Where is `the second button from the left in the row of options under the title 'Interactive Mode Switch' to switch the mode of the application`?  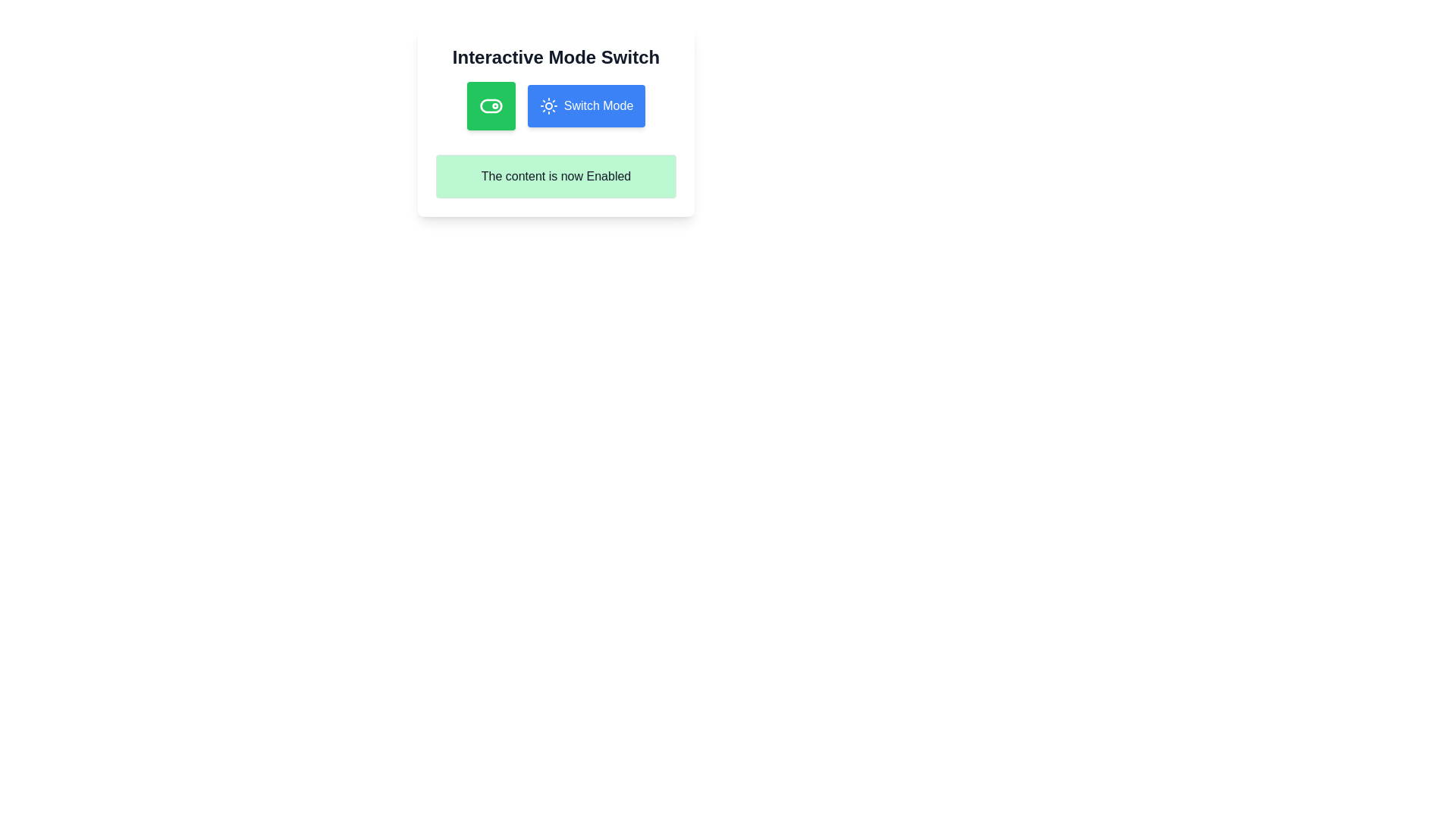
the second button from the left in the row of options under the title 'Interactive Mode Switch' to switch the mode of the application is located at coordinates (585, 105).